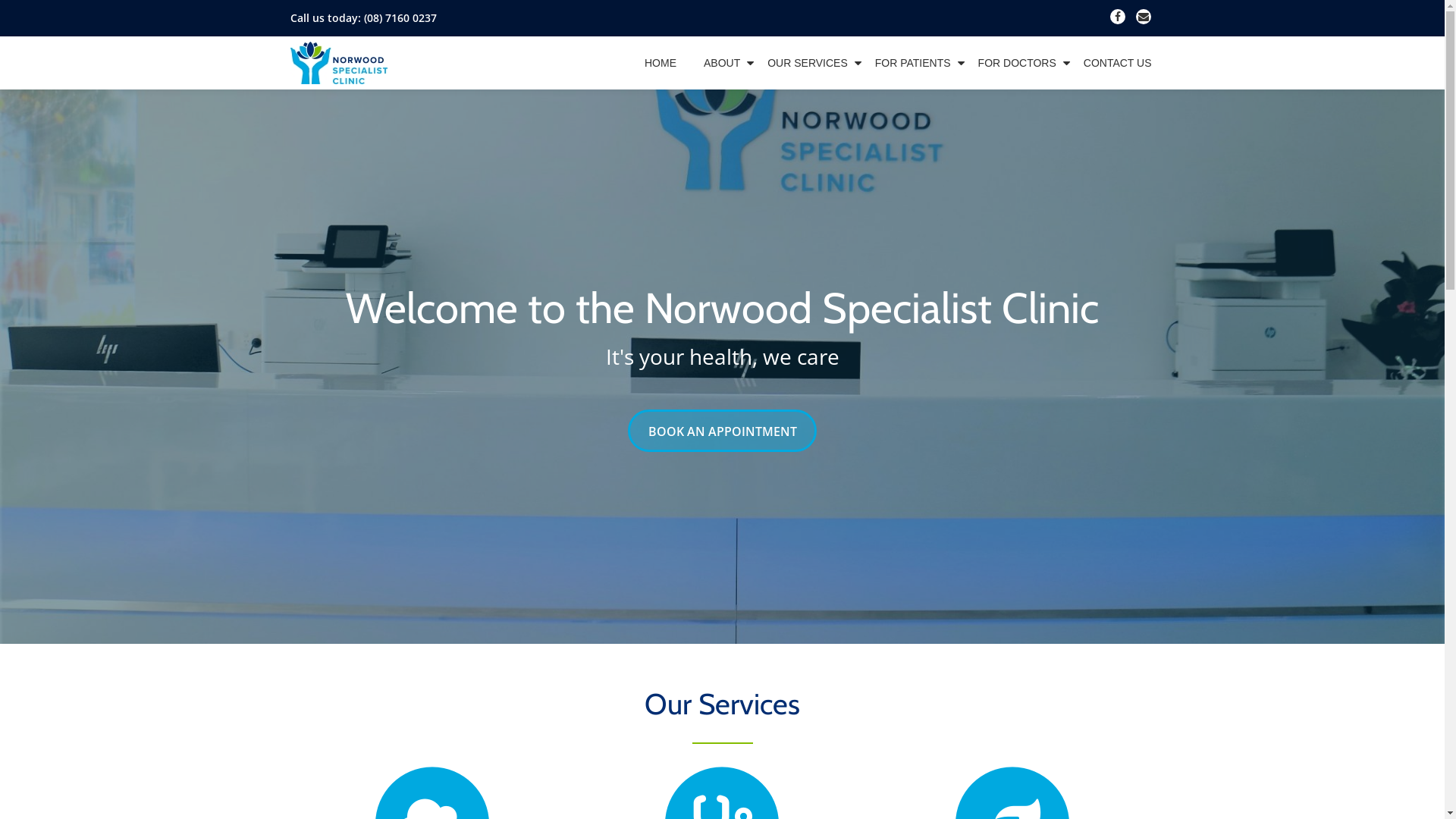 The width and height of the screenshot is (1456, 819). What do you see at coordinates (400, 17) in the screenshot?
I see `'(08) 7160 0237'` at bounding box center [400, 17].